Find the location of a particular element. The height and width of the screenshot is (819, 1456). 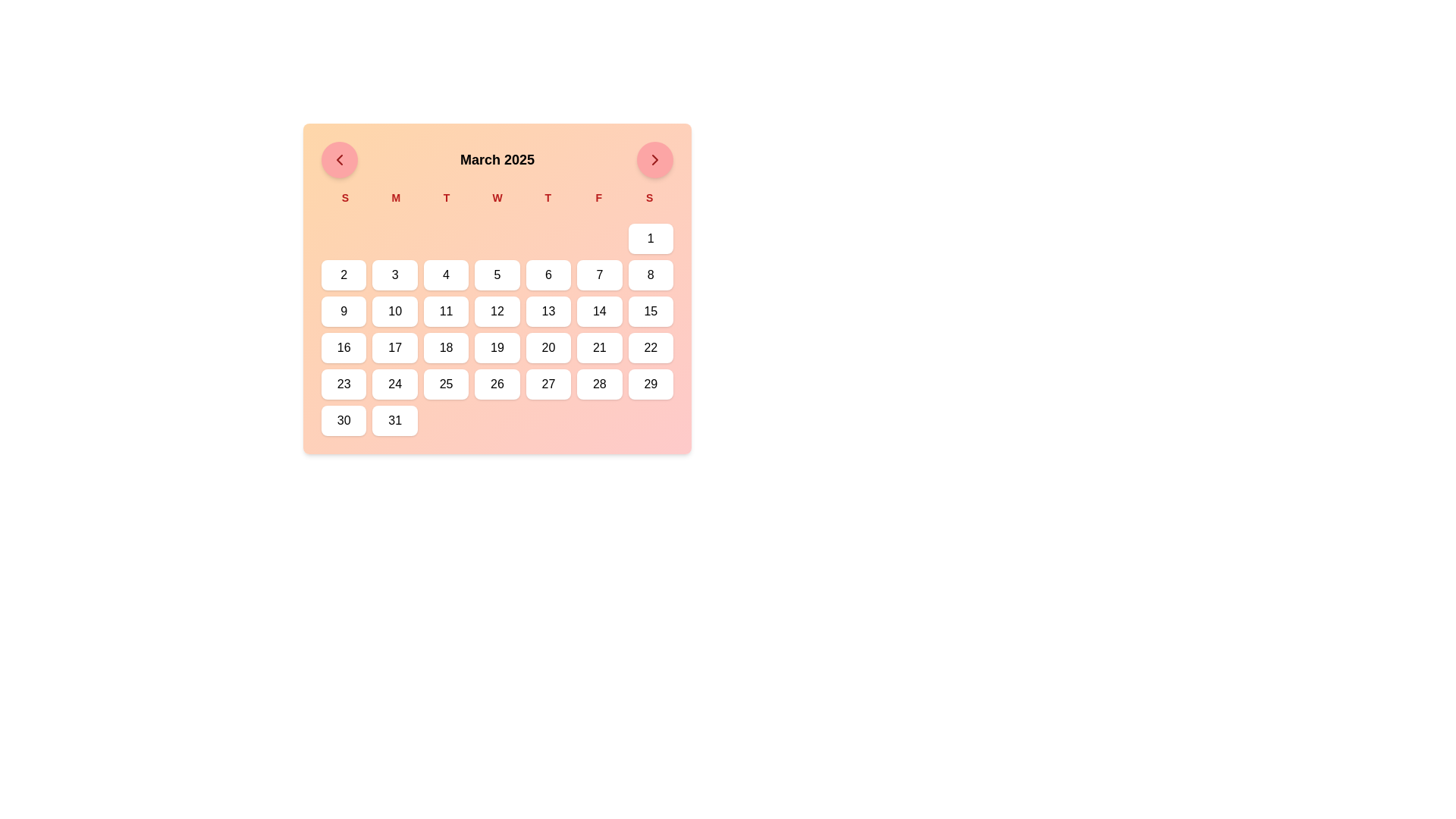

the static text label representing 'Sunday', which is the last element in the row of day headers in the calendar interface is located at coordinates (649, 197).